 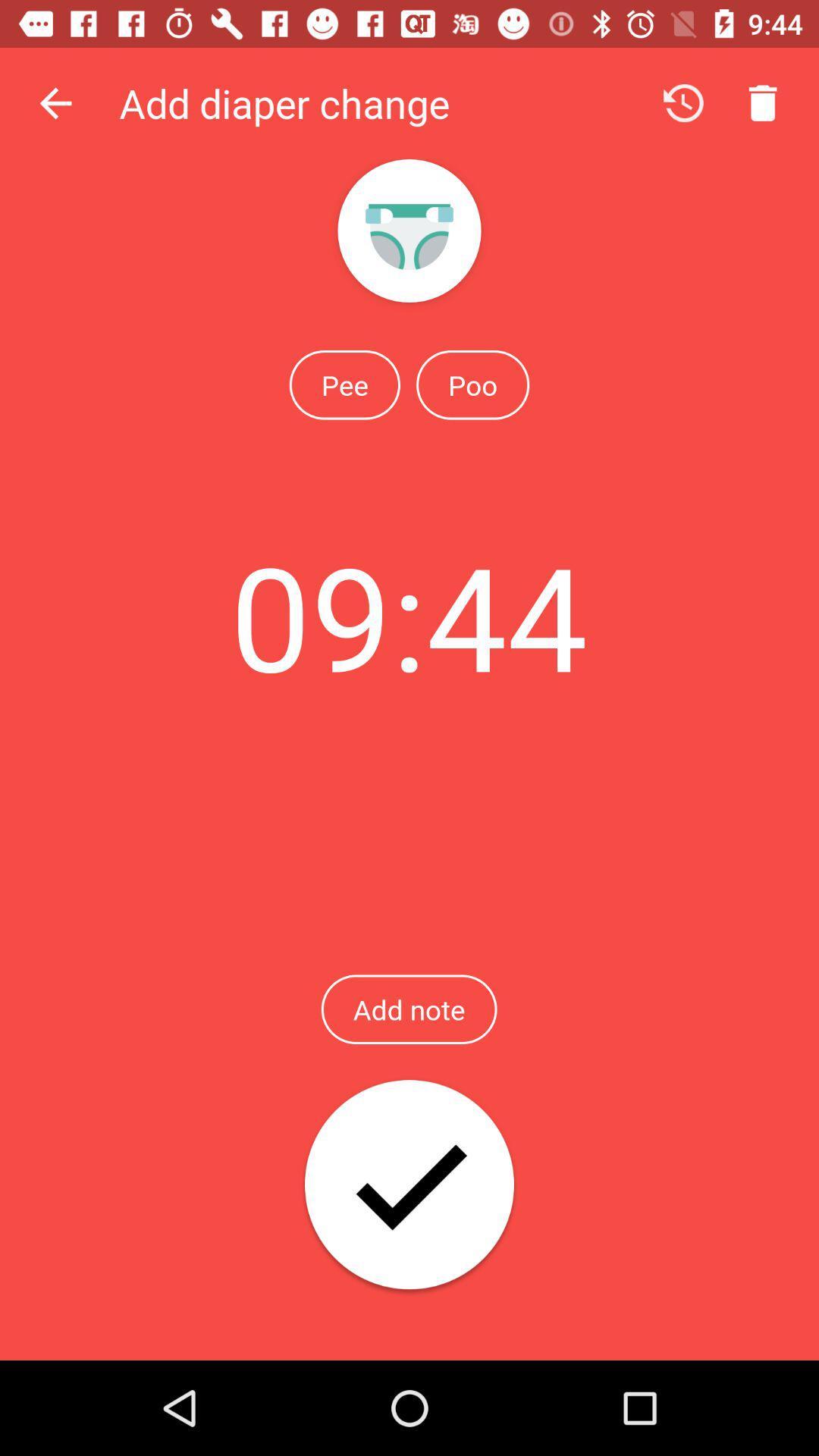 I want to click on the icon above add note, so click(x=408, y=616).